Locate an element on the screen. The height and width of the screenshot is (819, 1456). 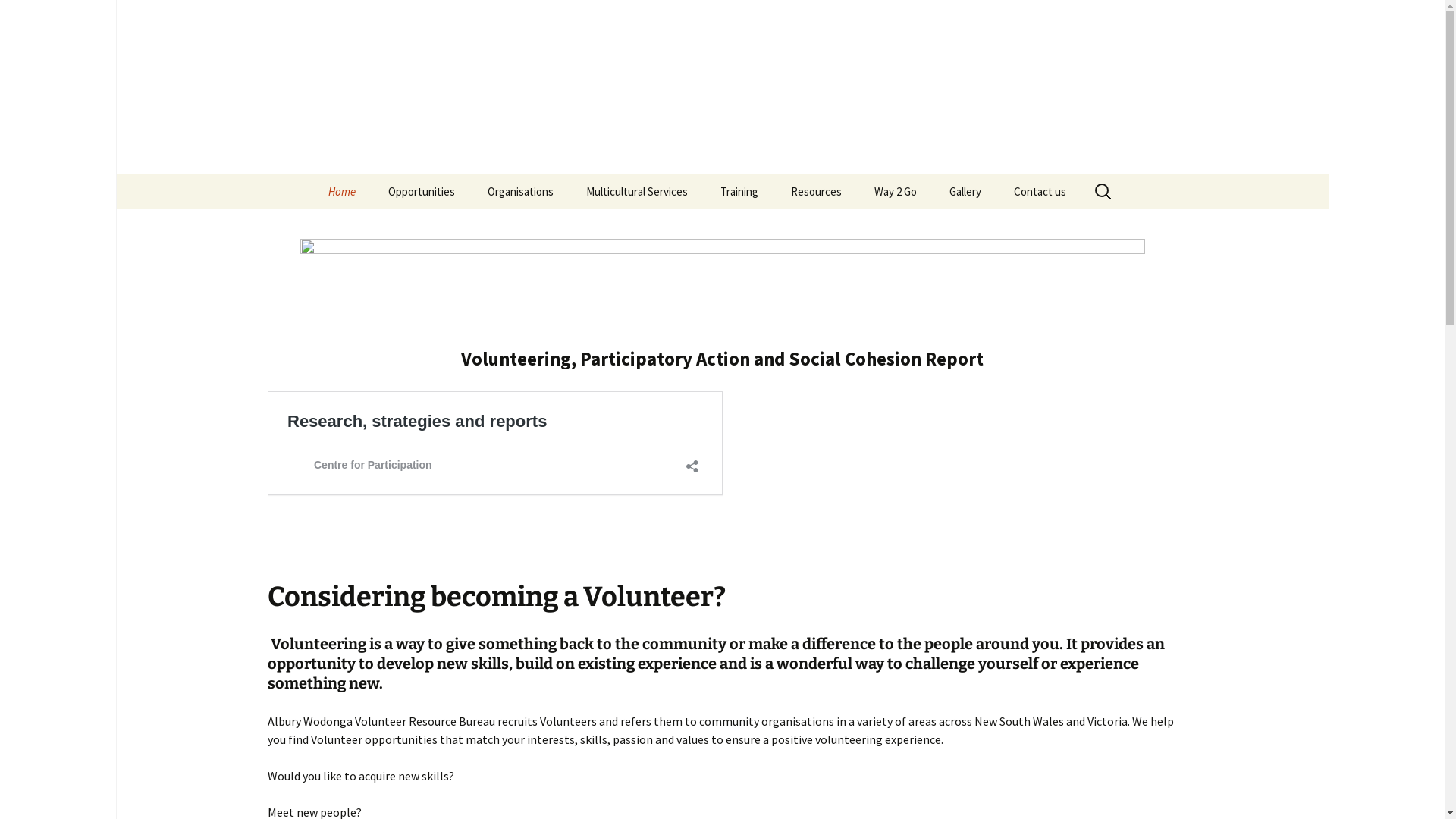
'CALD Services Guide' is located at coordinates (775, 225).